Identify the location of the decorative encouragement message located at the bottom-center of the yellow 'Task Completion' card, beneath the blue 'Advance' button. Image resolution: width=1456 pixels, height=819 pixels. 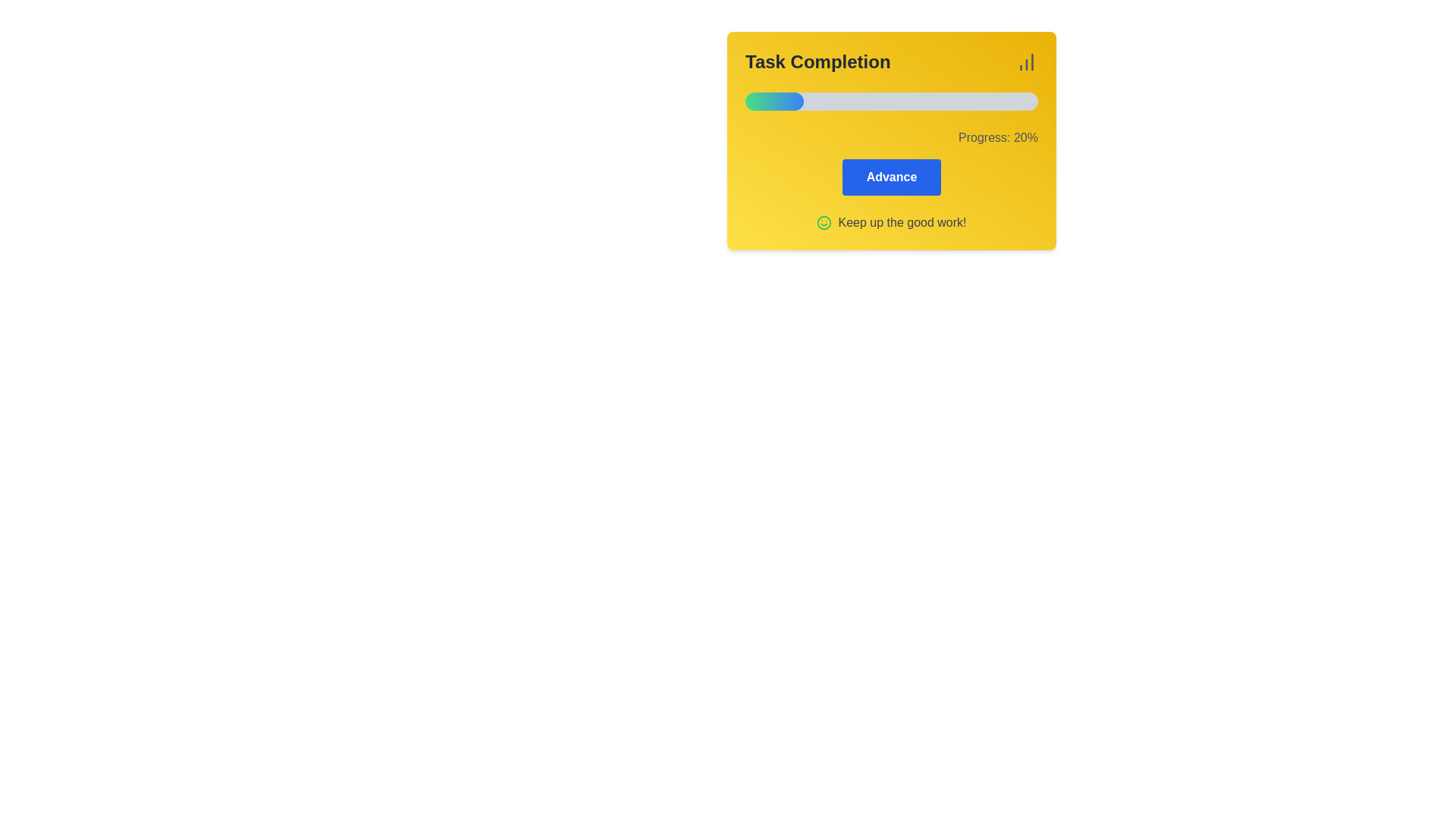
(892, 222).